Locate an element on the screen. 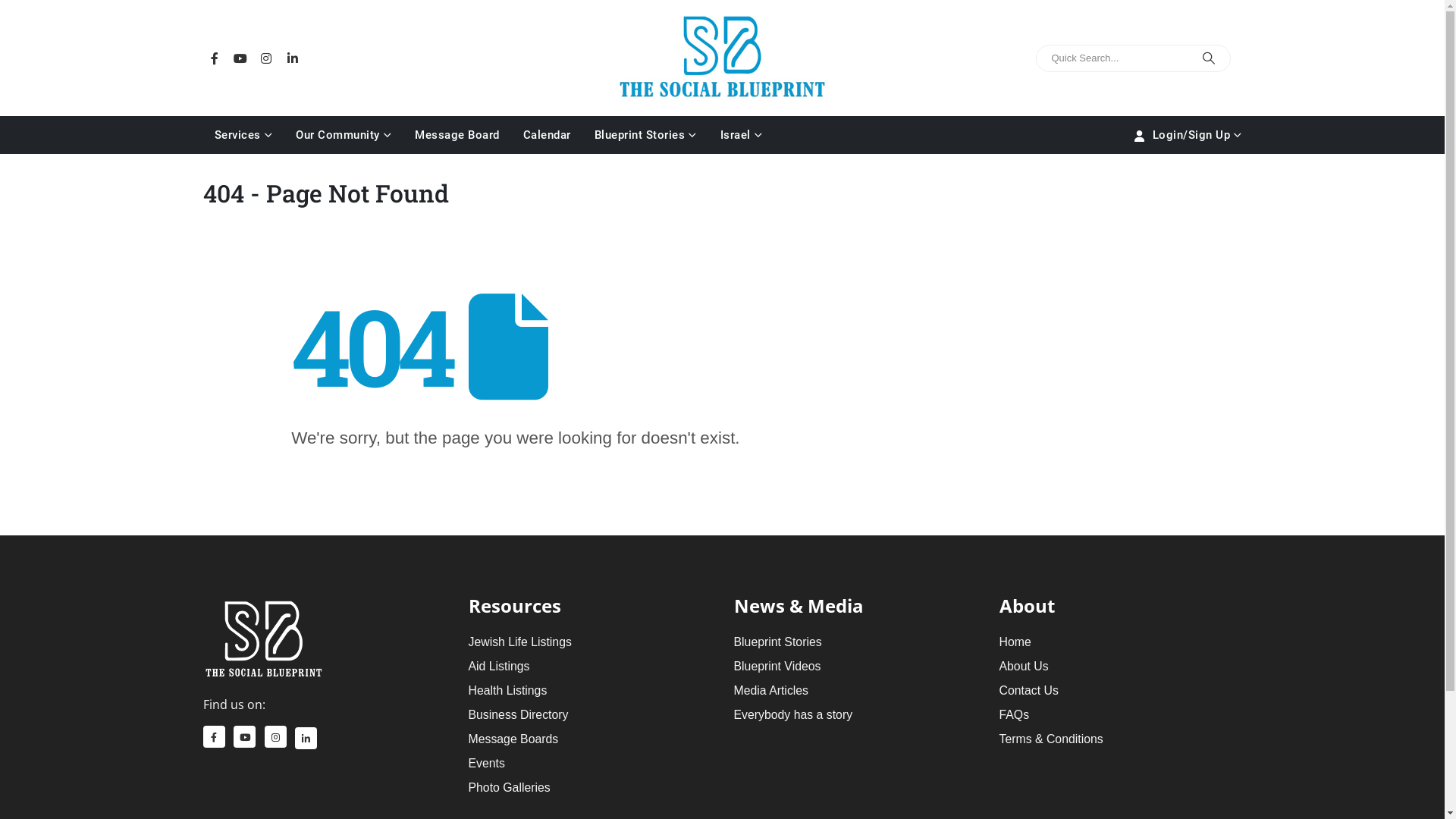 This screenshot has height=819, width=1456. 'Media Articles' is located at coordinates (771, 690).